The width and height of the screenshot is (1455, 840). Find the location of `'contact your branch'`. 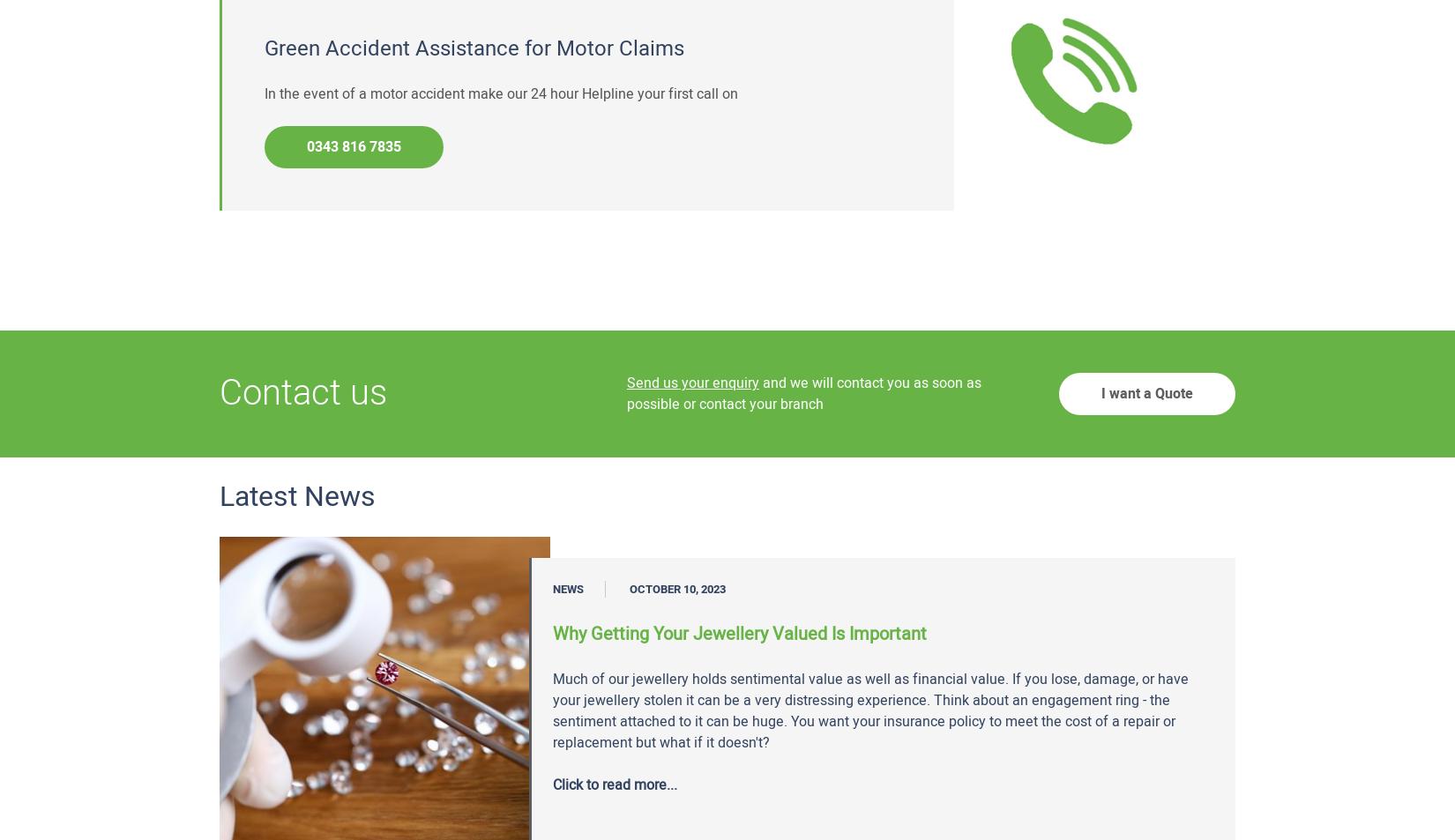

'contact your branch' is located at coordinates (761, 403).